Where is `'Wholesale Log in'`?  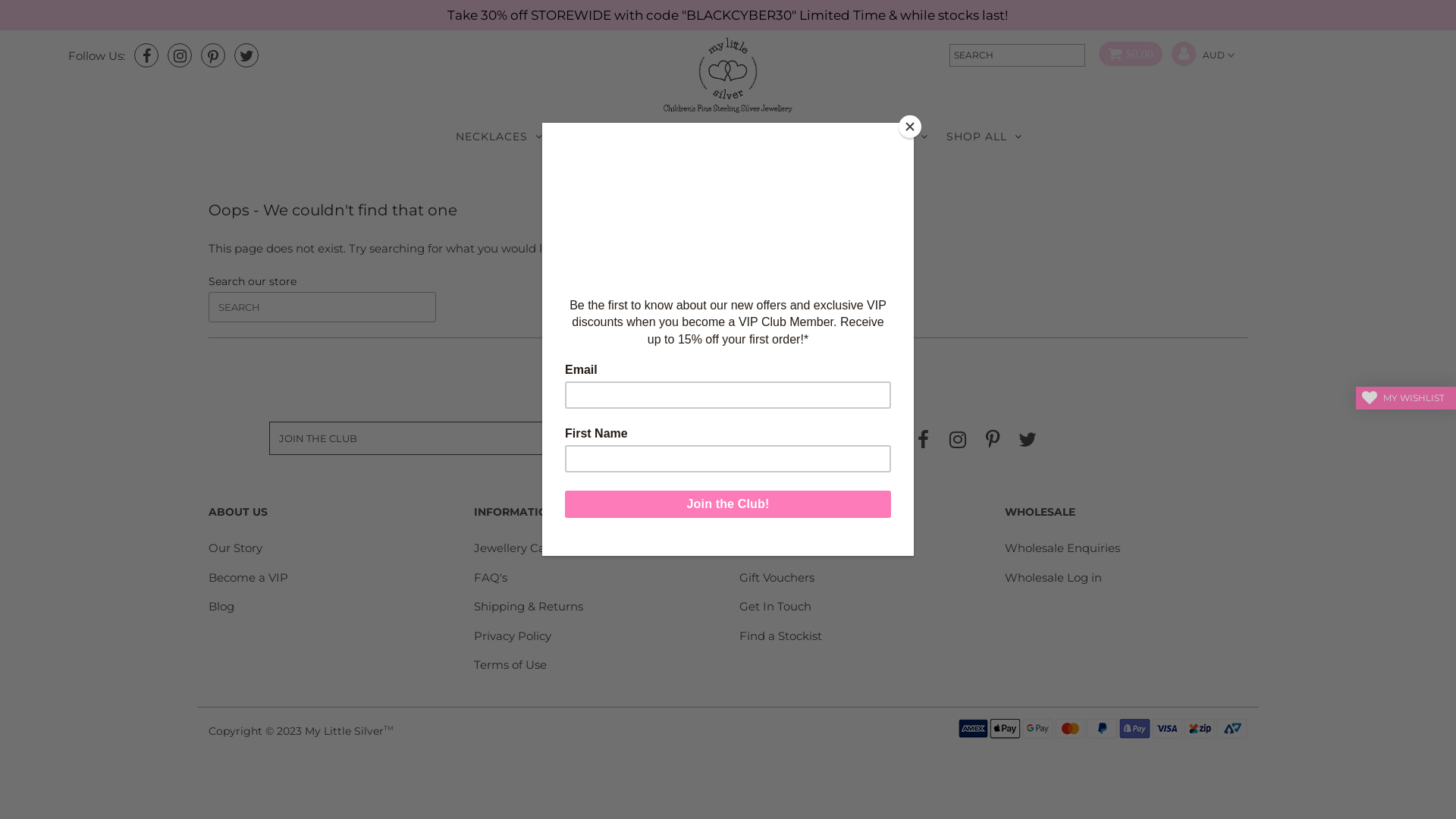
'Wholesale Log in' is located at coordinates (1052, 577).